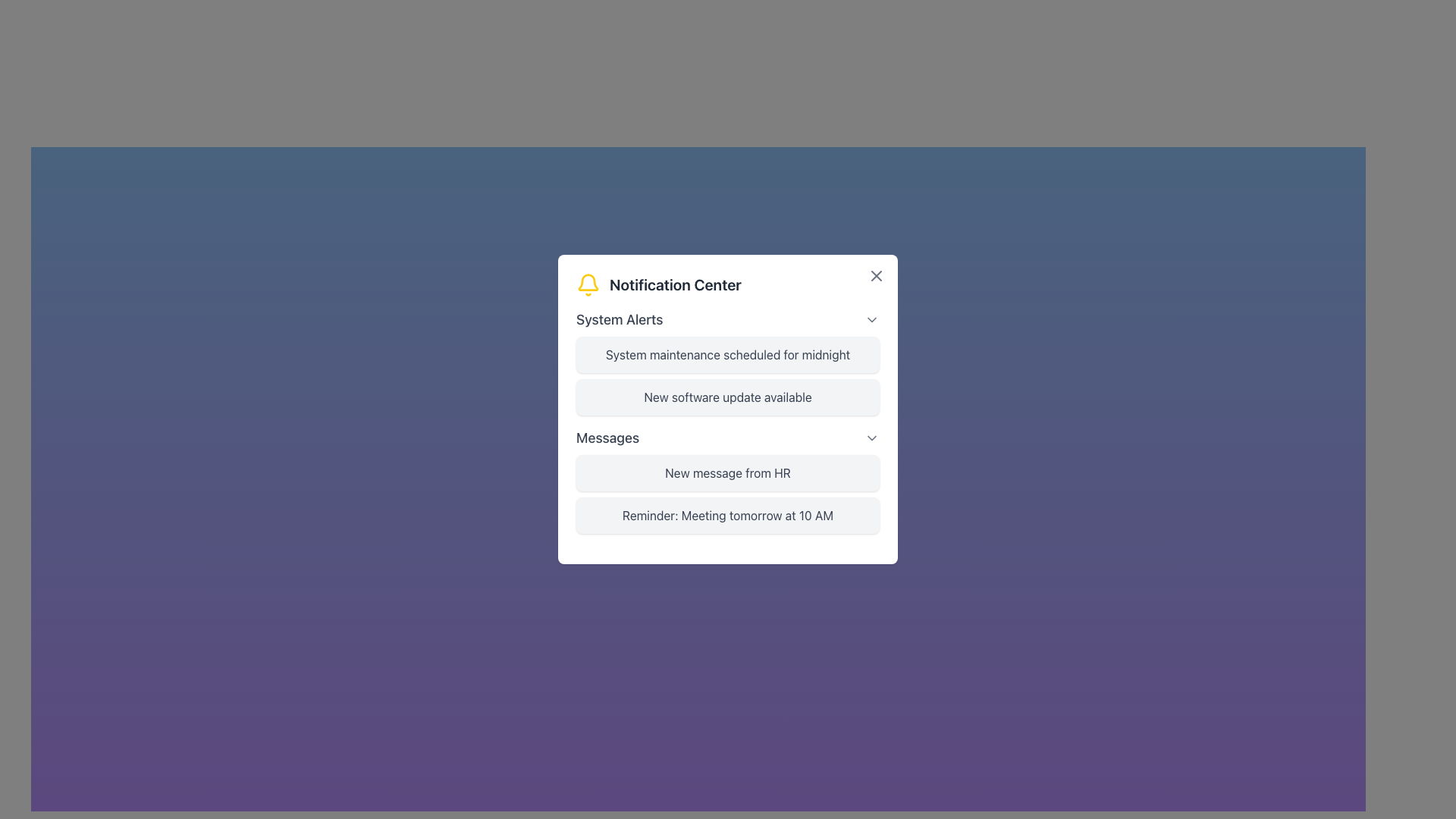 The height and width of the screenshot is (819, 1456). Describe the element at coordinates (728, 480) in the screenshot. I see `the first Notification Card under the 'Messages' header in the notification area` at that location.